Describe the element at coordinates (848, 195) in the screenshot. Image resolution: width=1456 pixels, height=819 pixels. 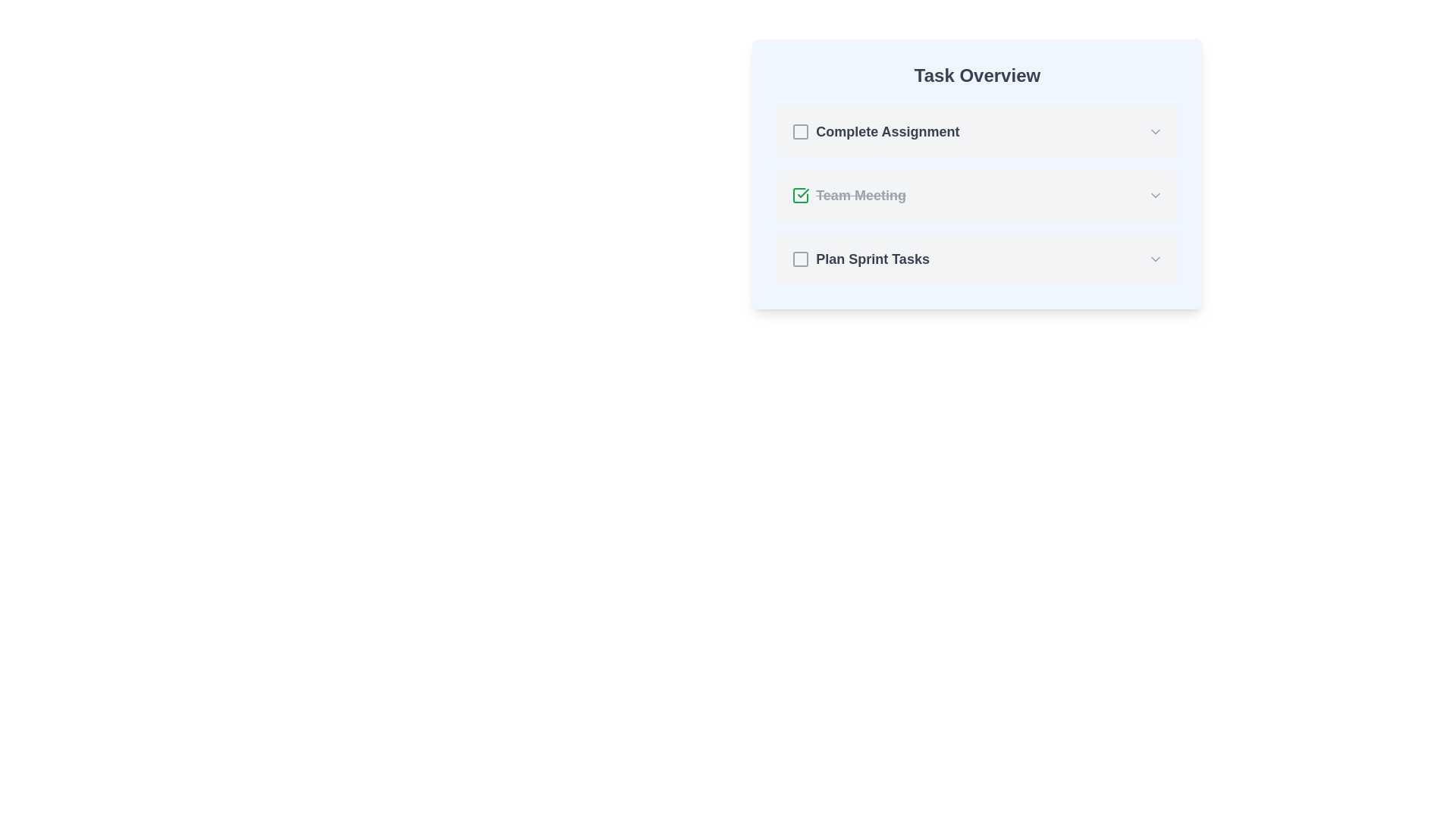
I see `the 'Team Meeting' text label with the green check icon` at that location.